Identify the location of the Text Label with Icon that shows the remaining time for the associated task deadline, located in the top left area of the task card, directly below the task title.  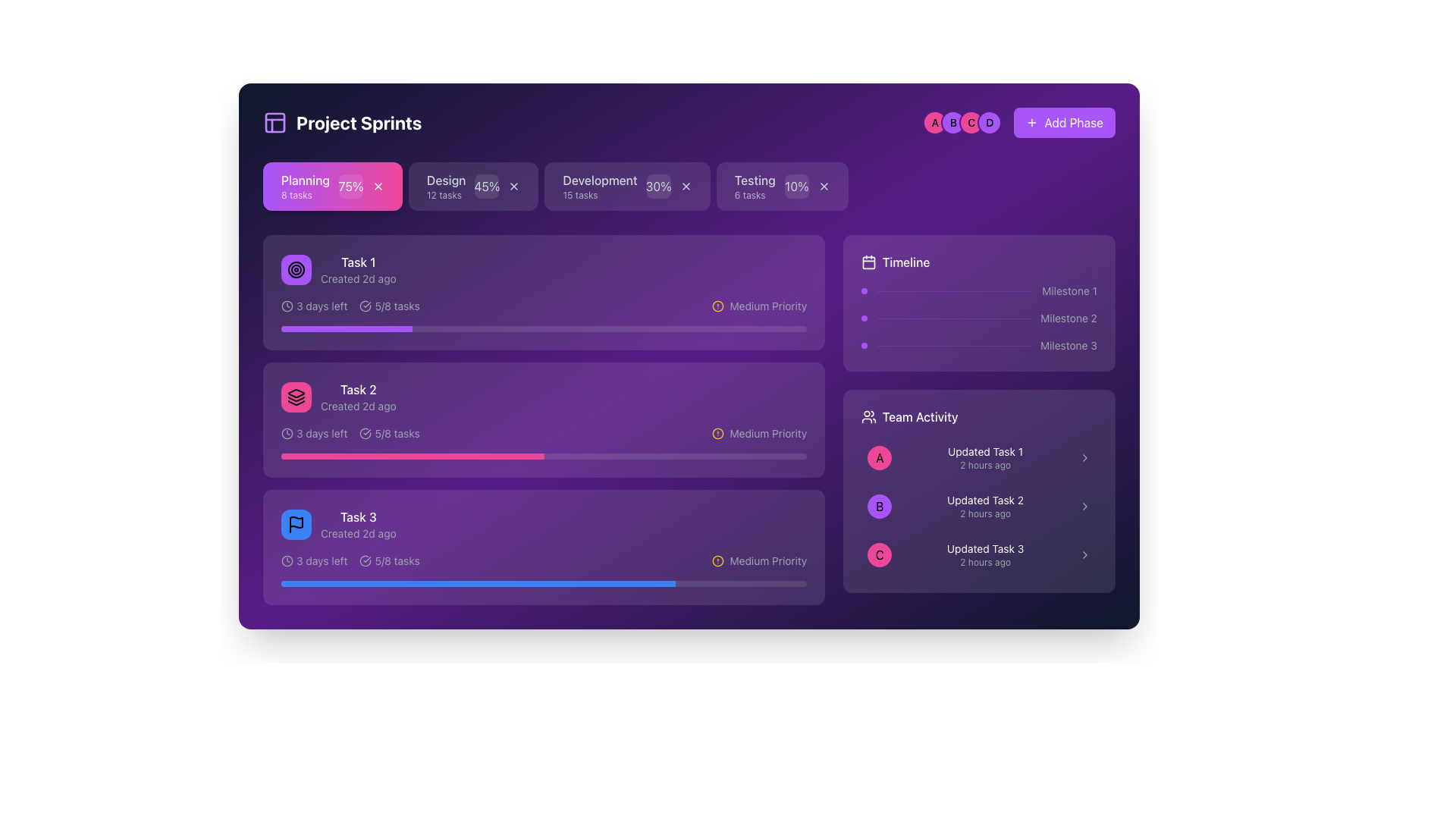
(313, 306).